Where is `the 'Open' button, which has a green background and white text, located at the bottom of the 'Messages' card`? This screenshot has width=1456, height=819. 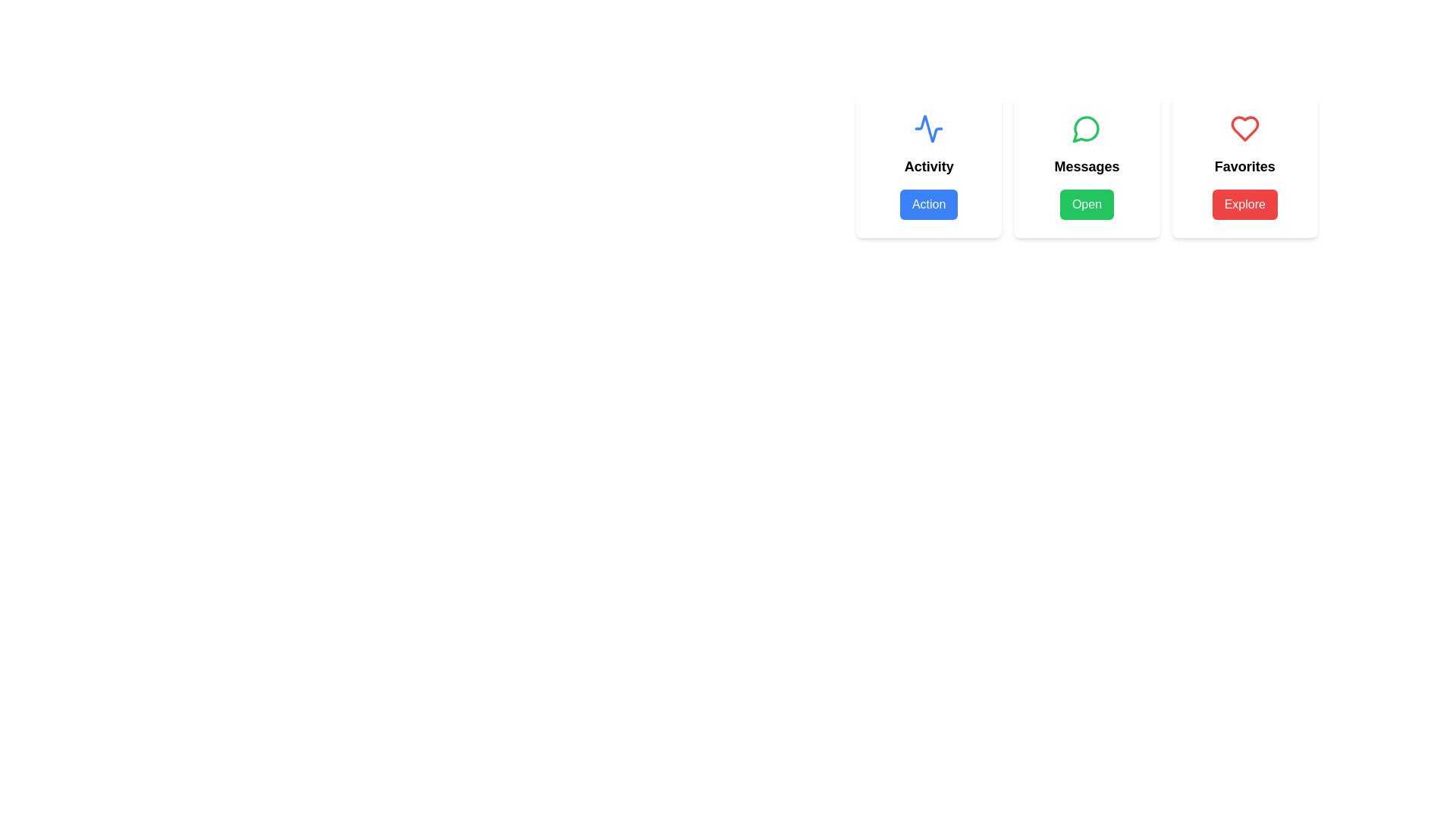
the 'Open' button, which has a green background and white text, located at the bottom of the 'Messages' card is located at coordinates (1086, 205).